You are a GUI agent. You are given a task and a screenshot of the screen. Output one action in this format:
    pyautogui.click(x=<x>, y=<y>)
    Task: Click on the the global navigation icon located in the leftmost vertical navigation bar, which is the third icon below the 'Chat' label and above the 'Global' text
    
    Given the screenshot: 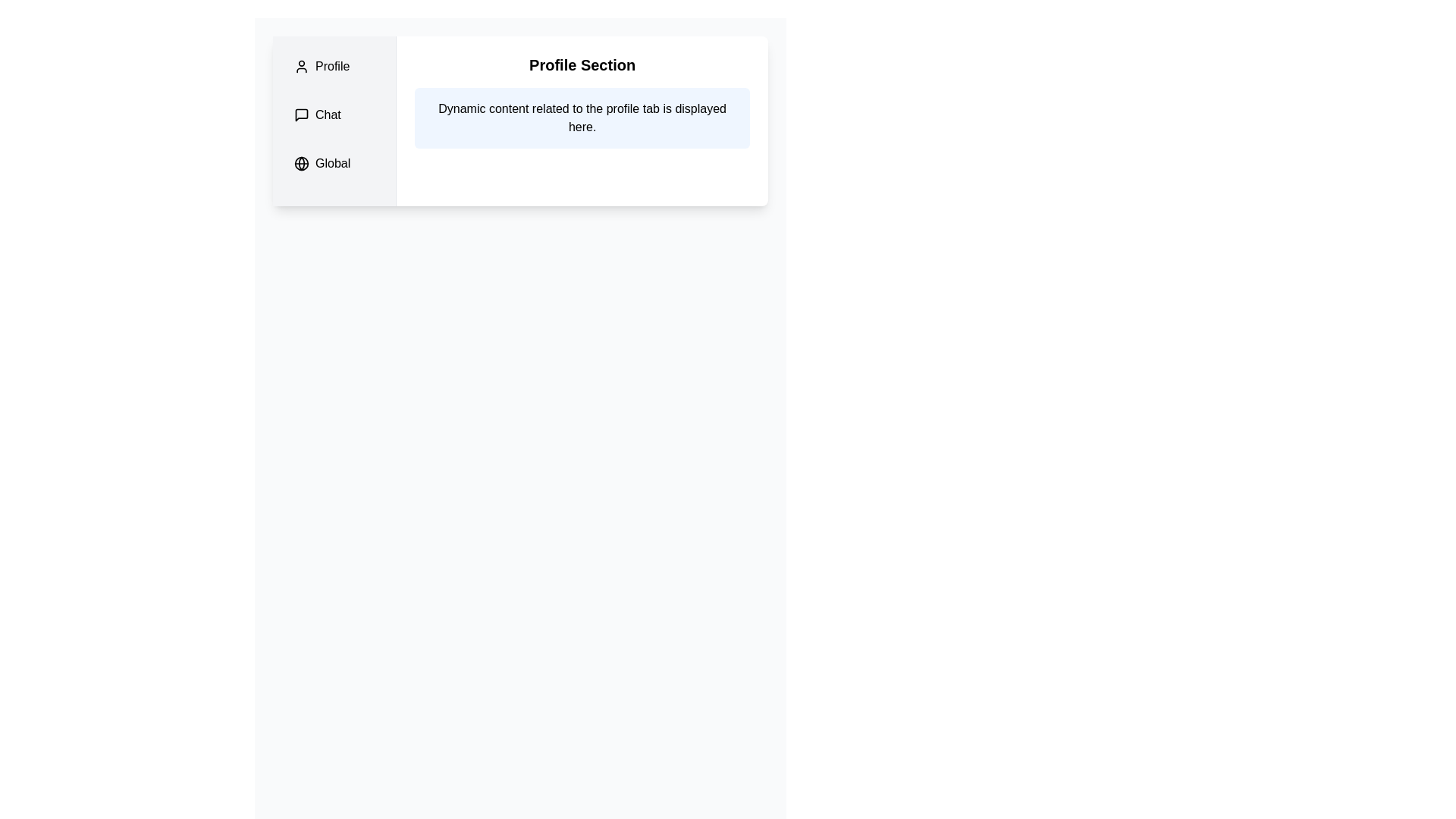 What is the action you would take?
    pyautogui.click(x=302, y=164)
    